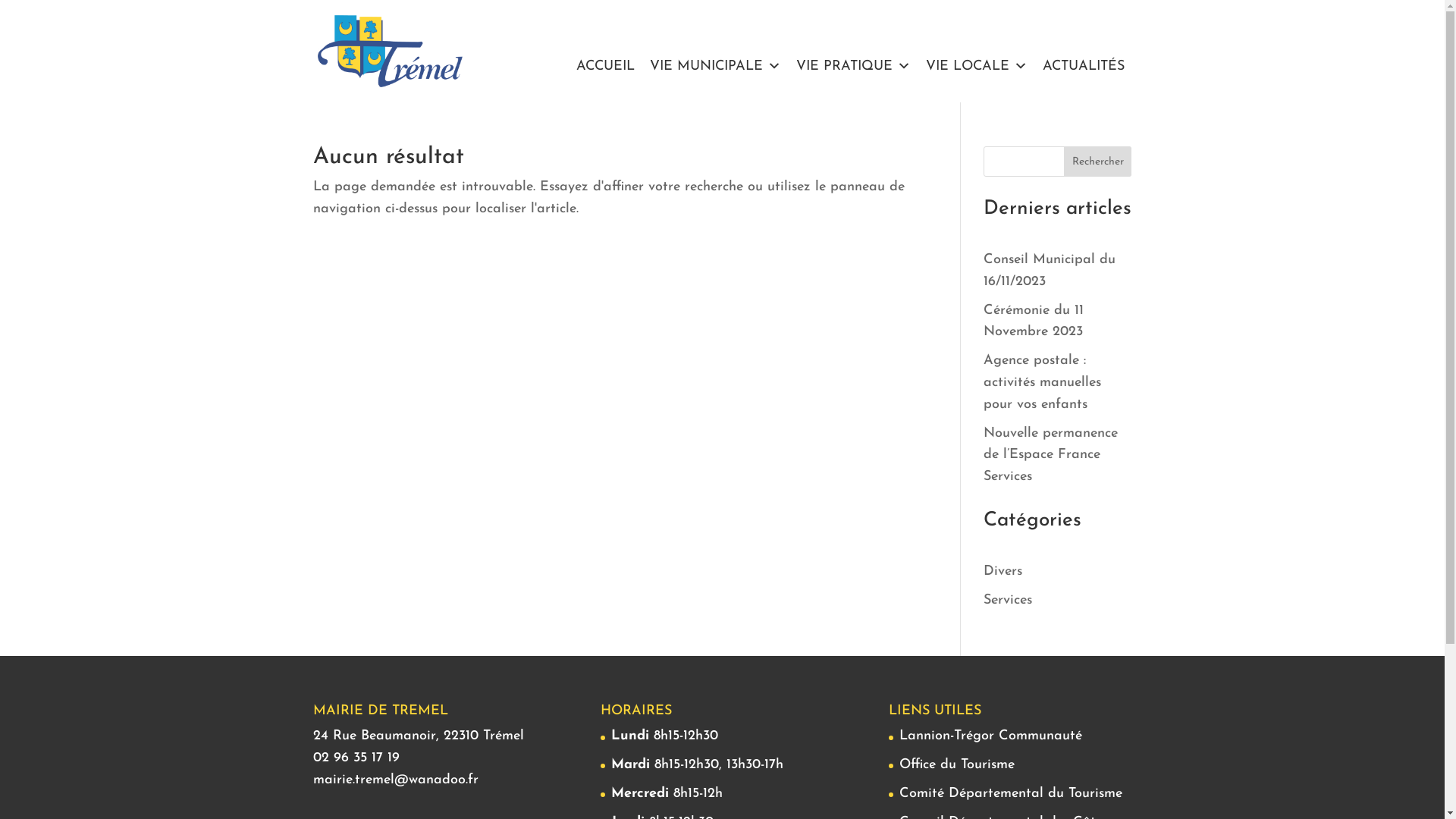 The image size is (1456, 819). Describe the element at coordinates (355, 758) in the screenshot. I see `'02 96 35 17 19'` at that location.